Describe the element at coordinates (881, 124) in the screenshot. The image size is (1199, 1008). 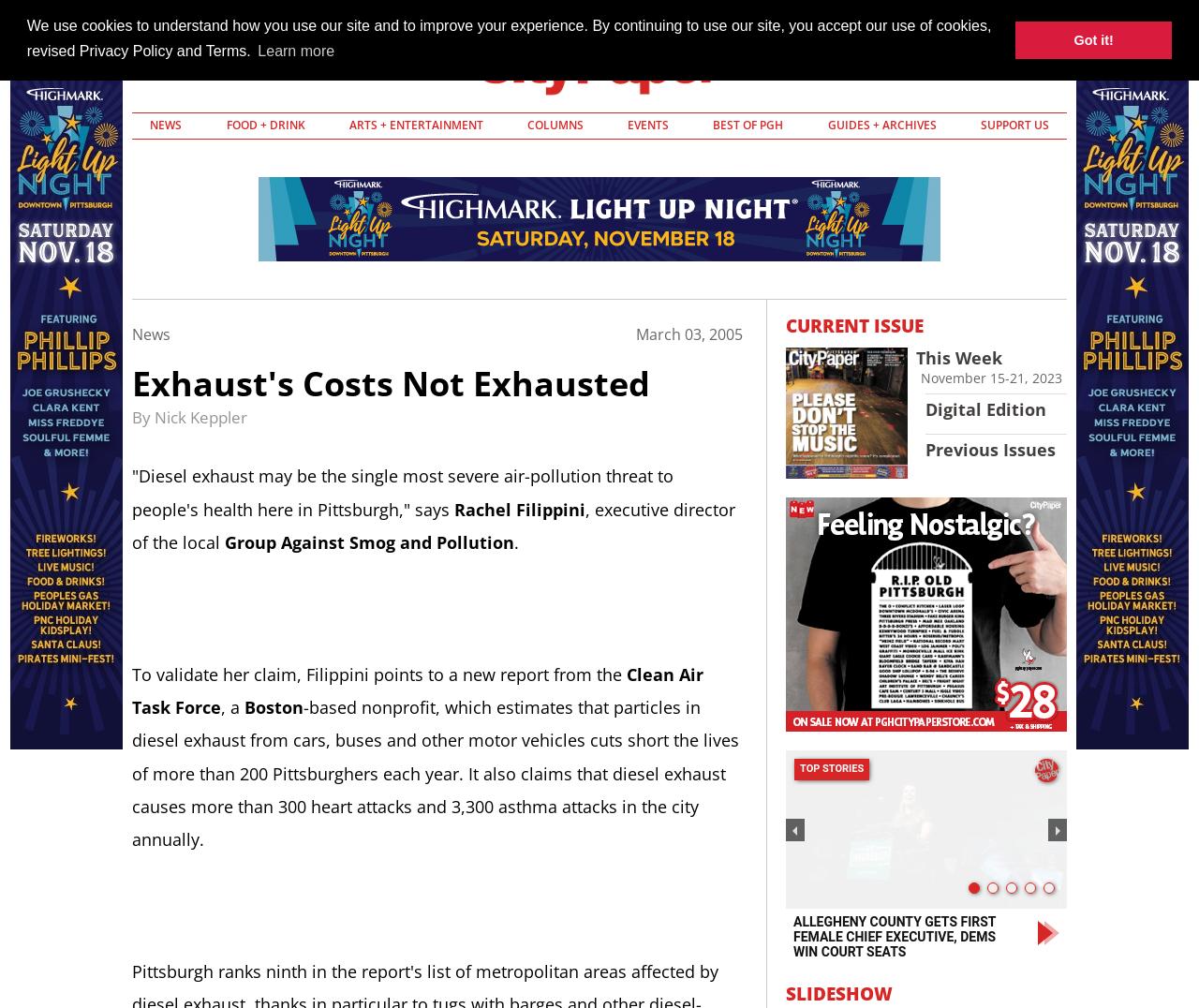
I see `'Guides + Archives'` at that location.